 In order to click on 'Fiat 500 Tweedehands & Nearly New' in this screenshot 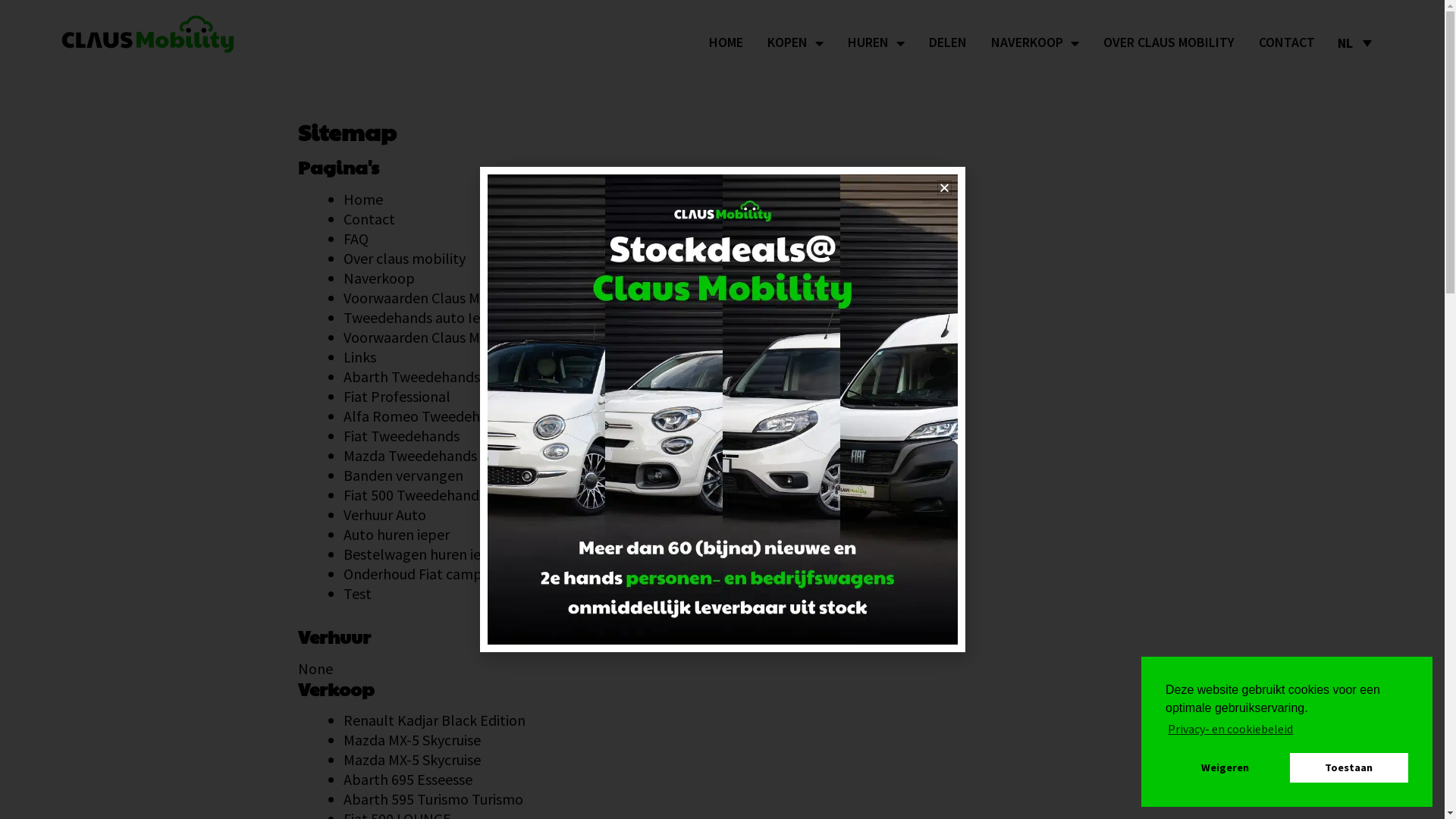, I will do `click(457, 494)`.